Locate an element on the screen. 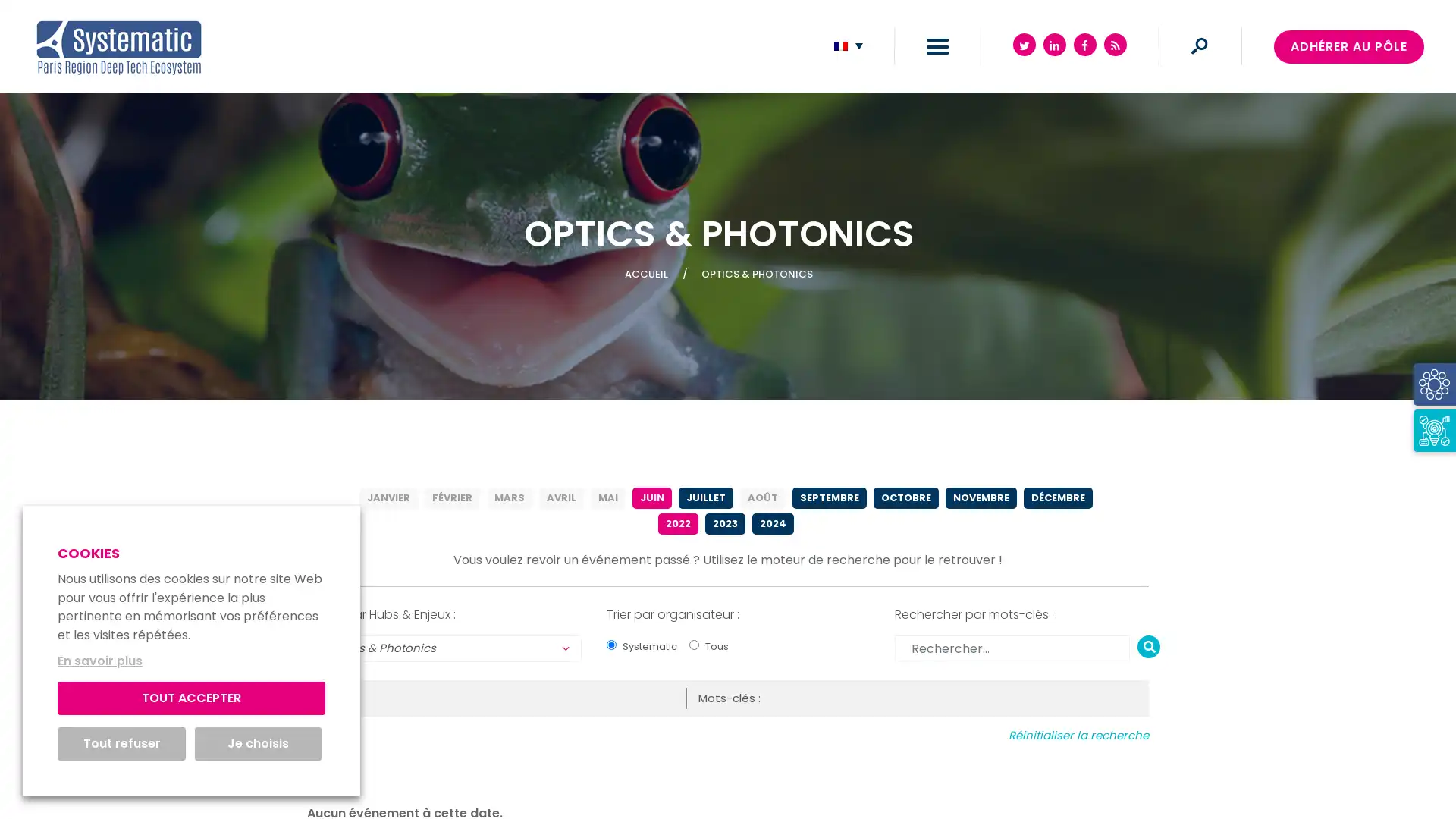 This screenshot has height=819, width=1456. Je choisis is located at coordinates (258, 742).